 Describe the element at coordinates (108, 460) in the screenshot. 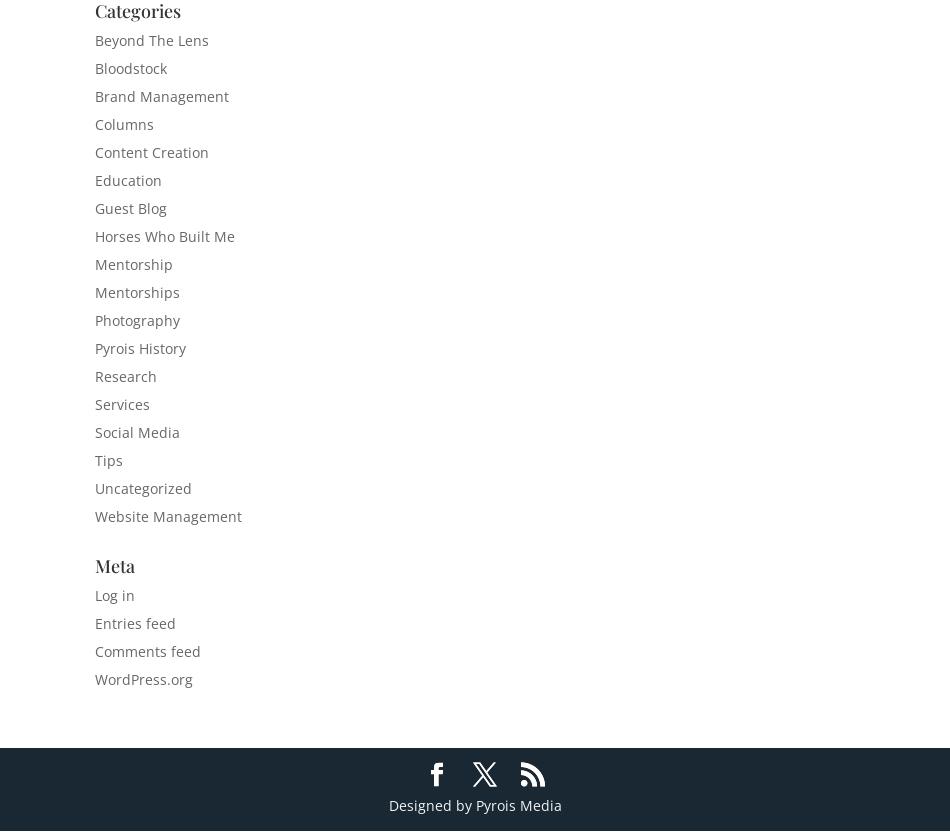

I see `'Tips'` at that location.